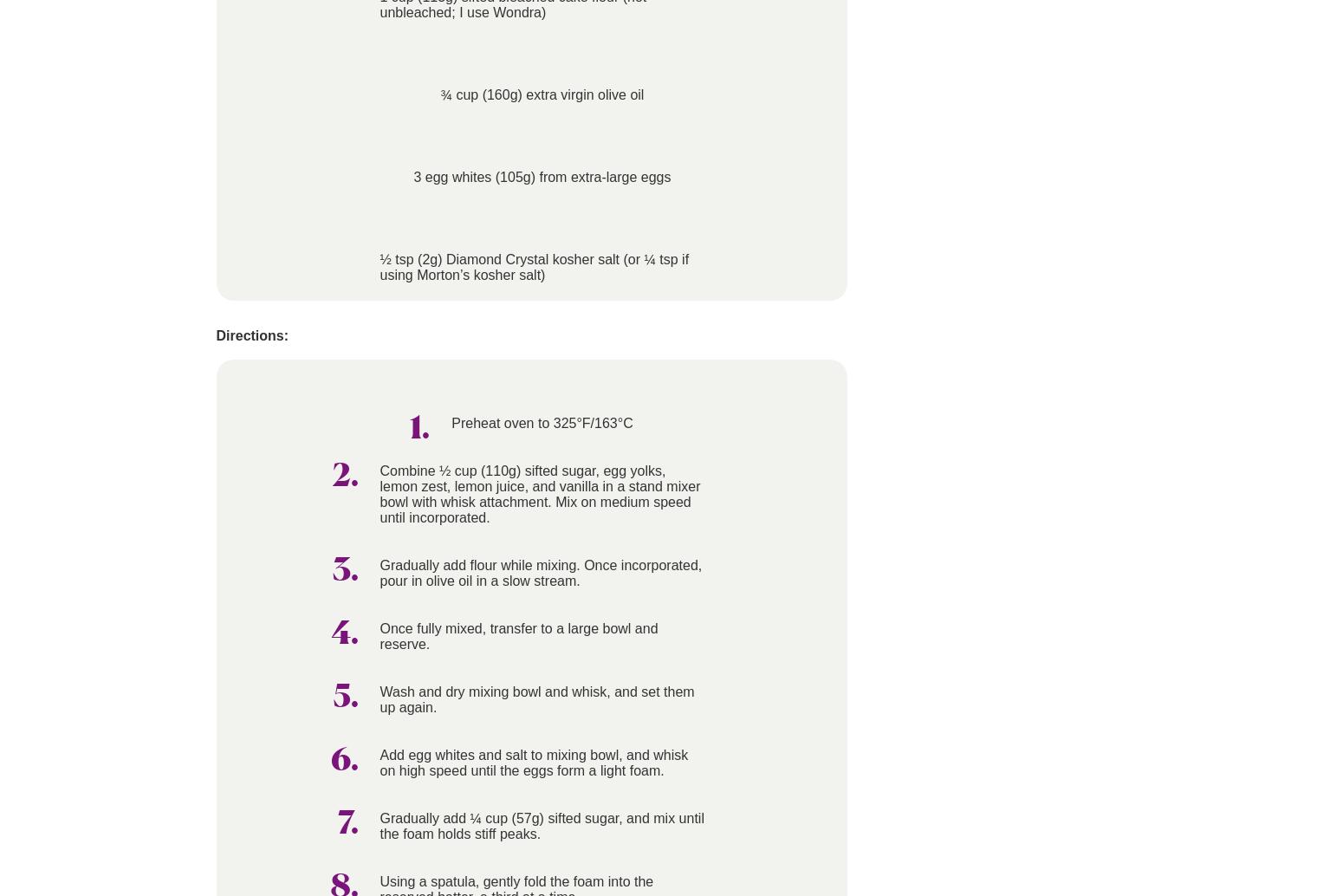  I want to click on 'Wash and dry mixing bowl and whisk, and set them up again.', so click(536, 698).